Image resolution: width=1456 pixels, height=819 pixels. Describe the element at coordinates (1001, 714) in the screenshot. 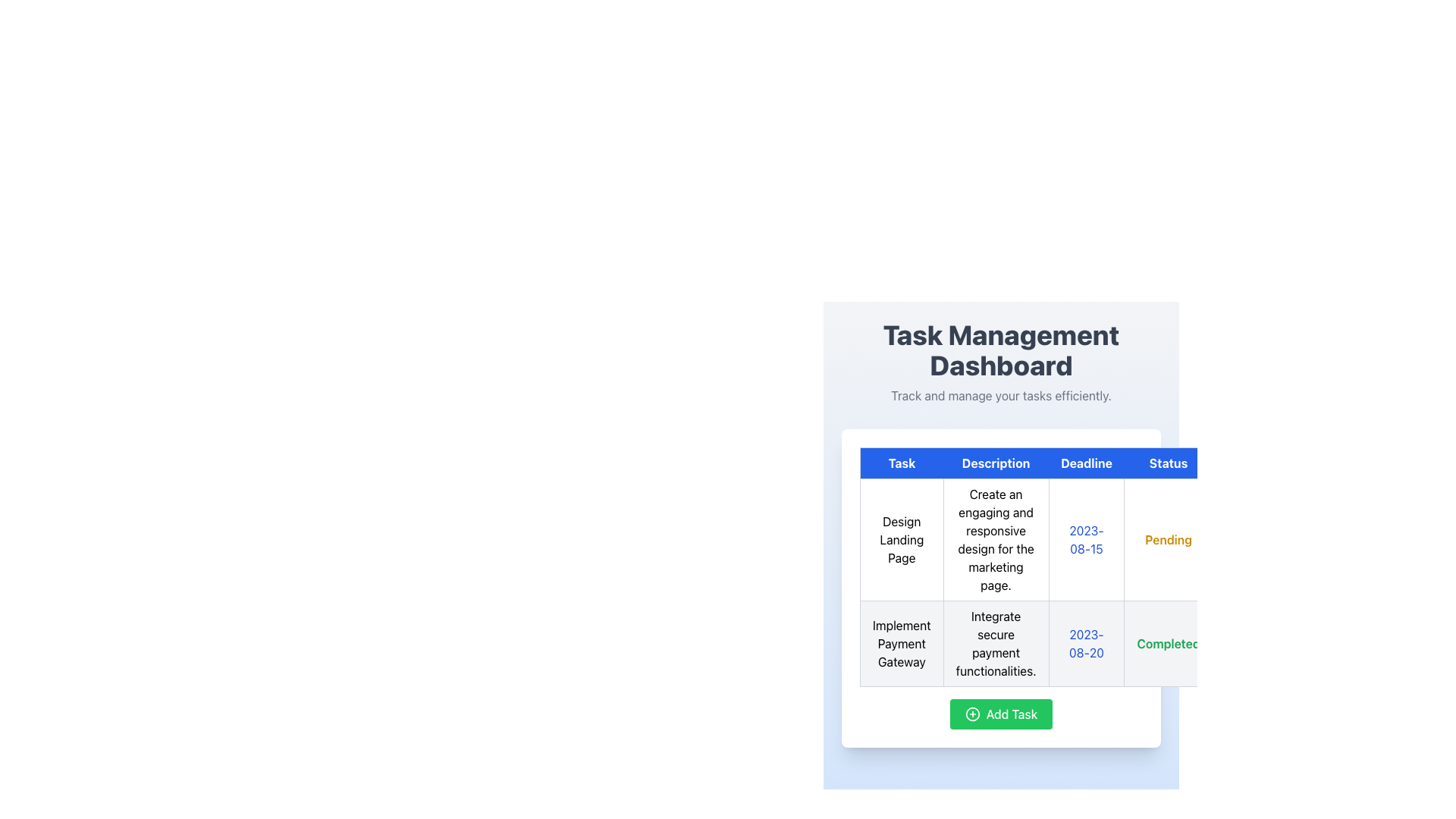

I see `the 'Add Task' button, which is a vivid green button with white text and a plus icon` at that location.